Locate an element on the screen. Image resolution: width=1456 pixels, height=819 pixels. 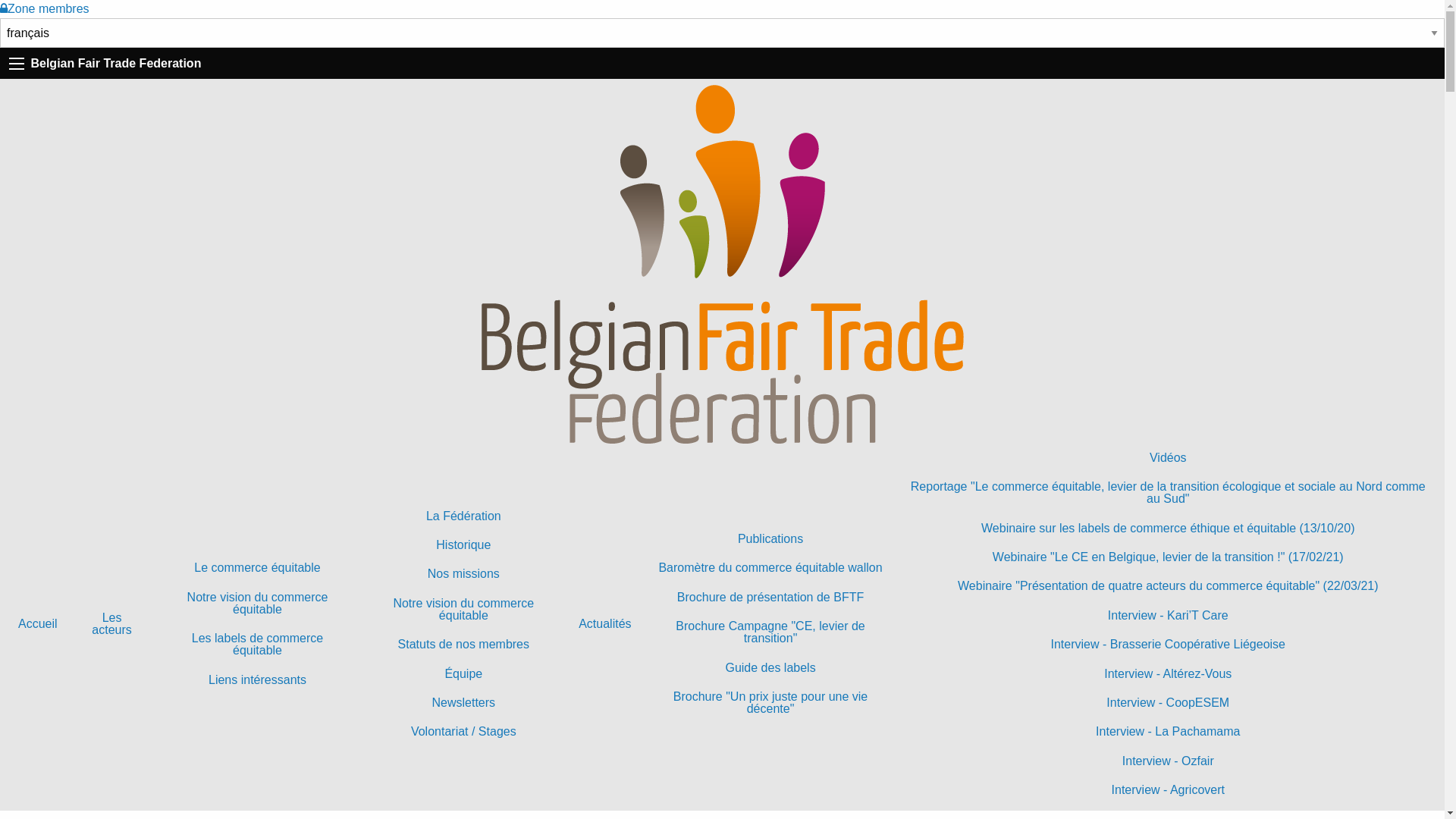
'Brochure Campagne "CE, levier de transition"' is located at coordinates (770, 632).